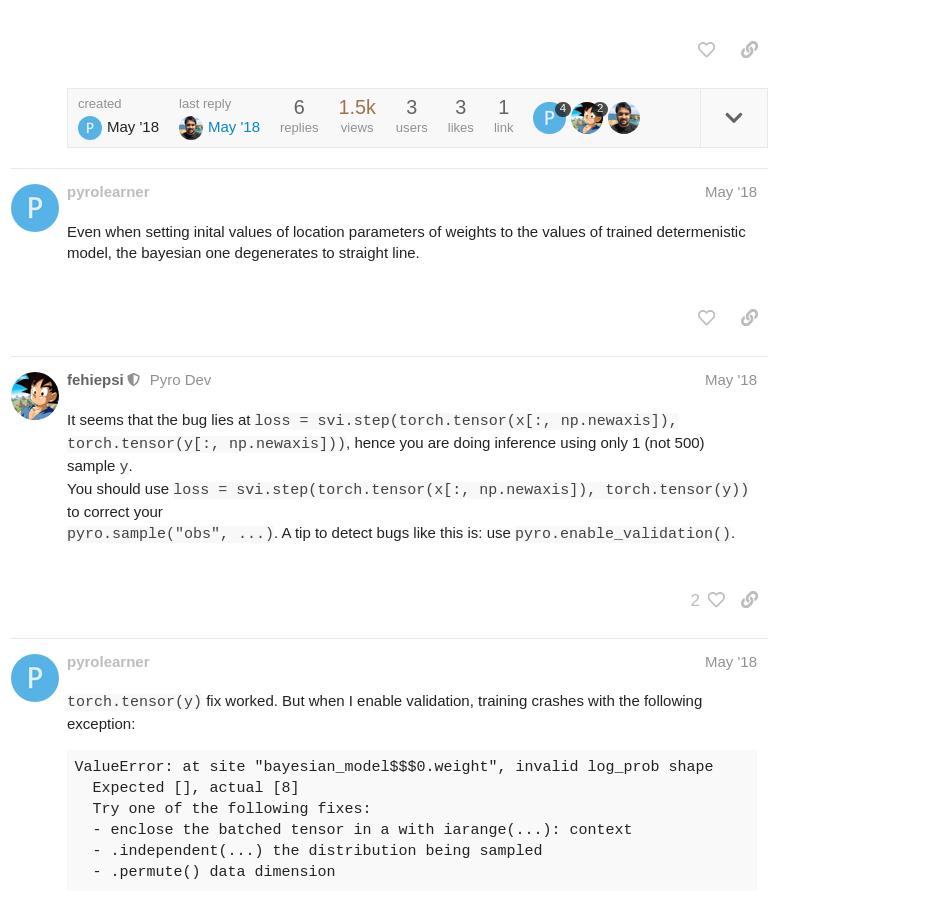 This screenshot has height=902, width=950. What do you see at coordinates (77, 102) in the screenshot?
I see `'created'` at bounding box center [77, 102].